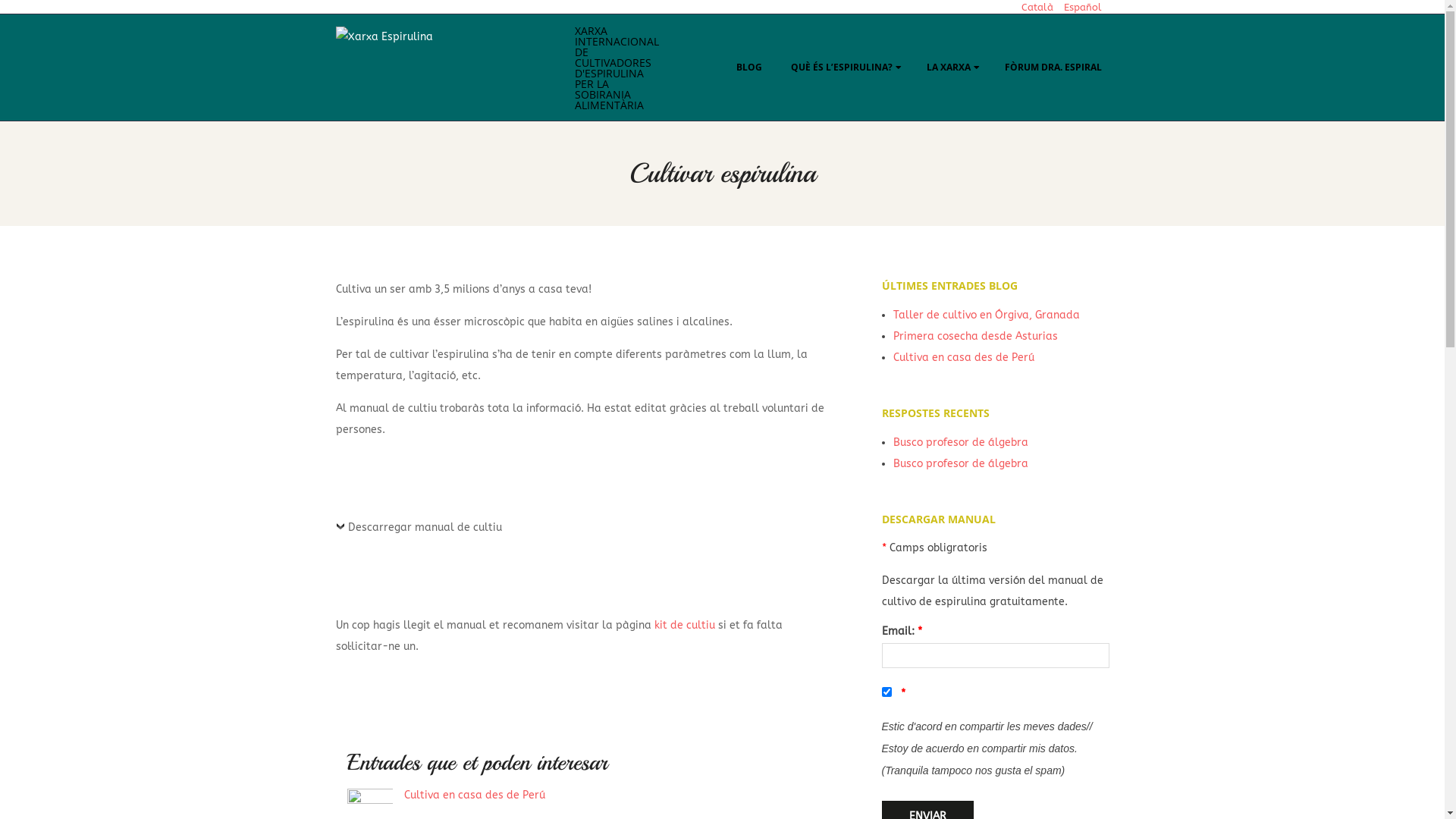 The width and height of the screenshot is (1456, 819). I want to click on 'LA XARXA', so click(950, 66).